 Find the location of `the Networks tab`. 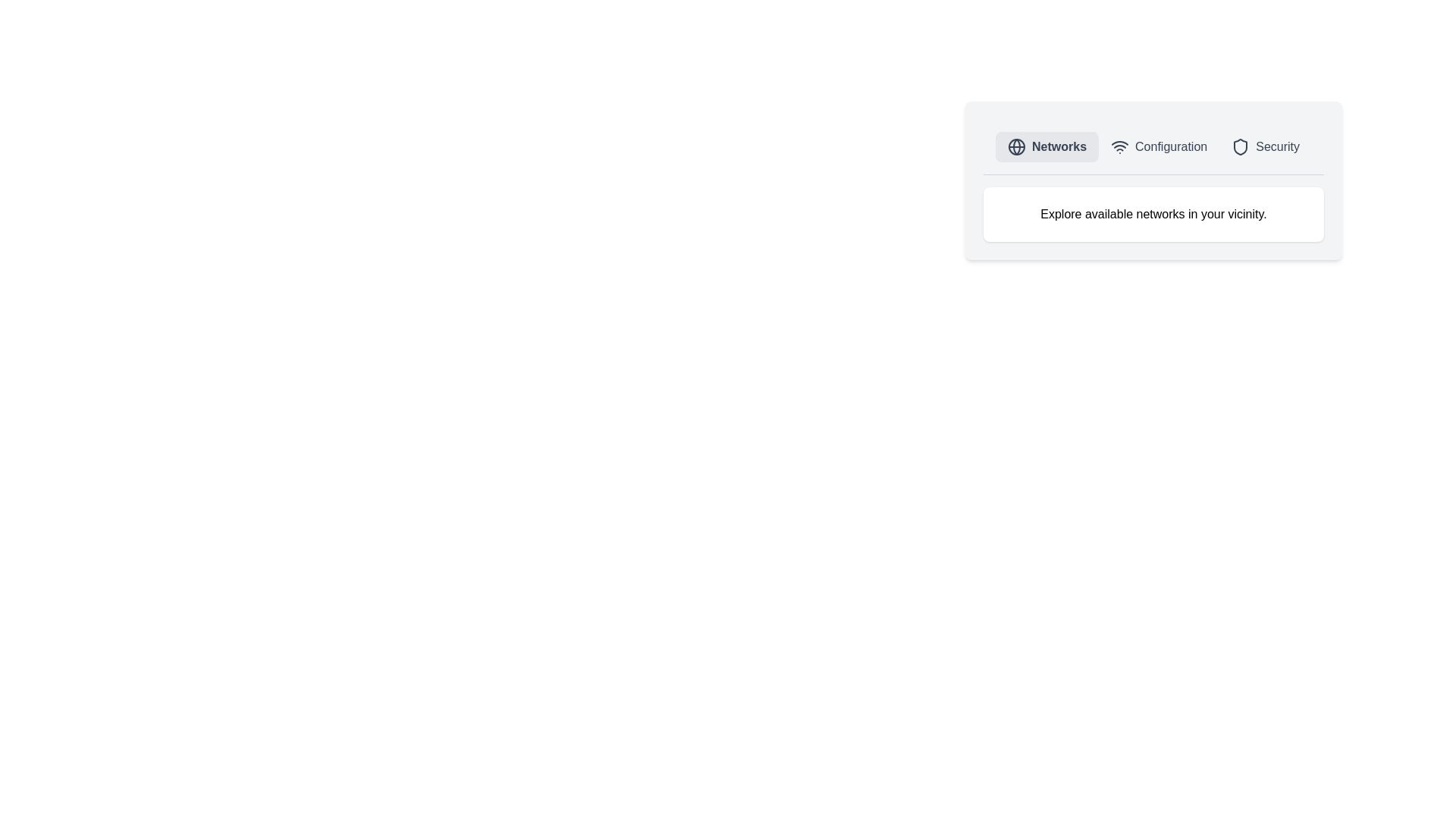

the Networks tab is located at coordinates (1046, 146).